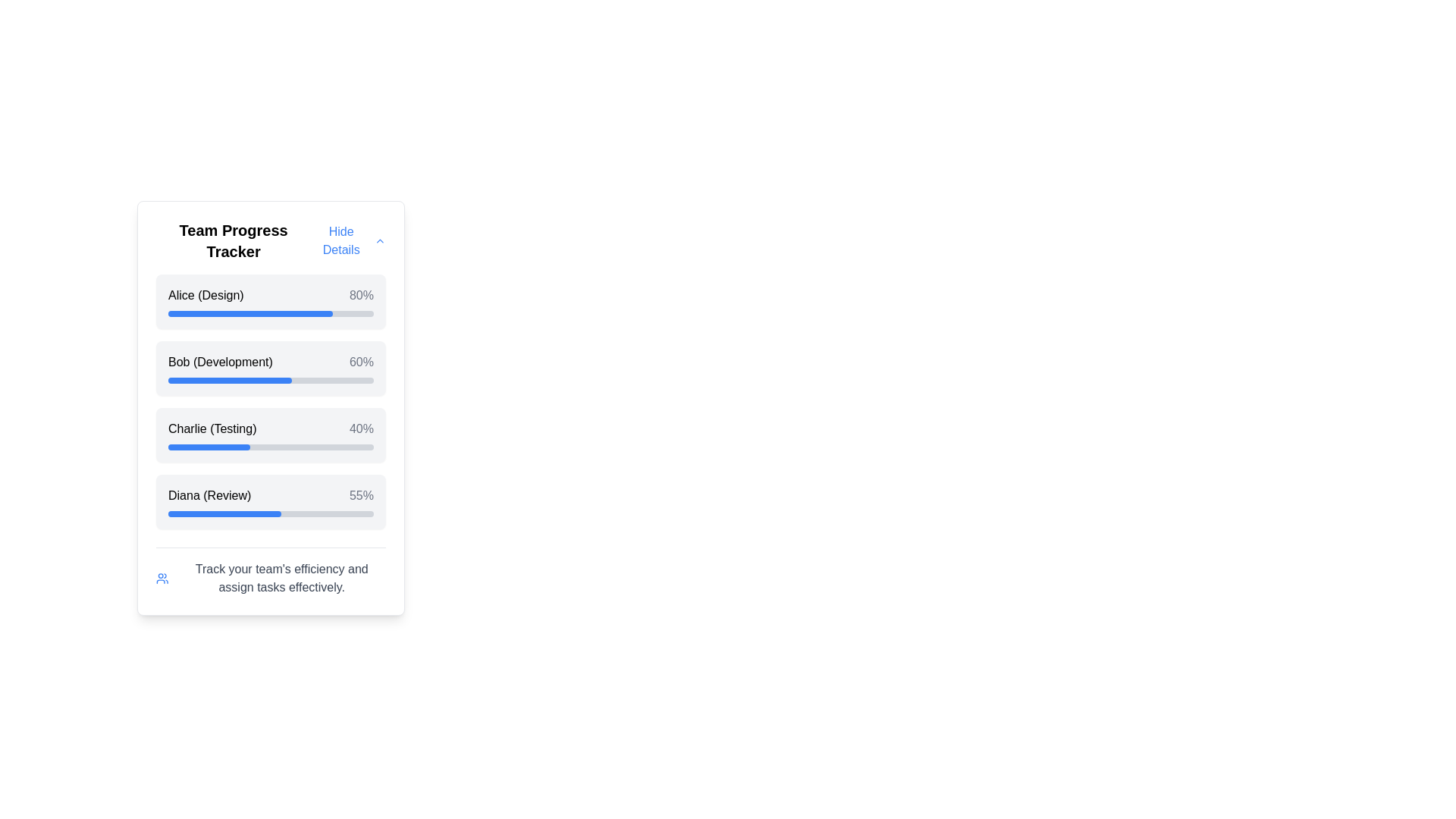  I want to click on displayed text '55%' from the text display styled in gray font, located on the right side of the row labeled 'Diana (Review)', so click(360, 496).